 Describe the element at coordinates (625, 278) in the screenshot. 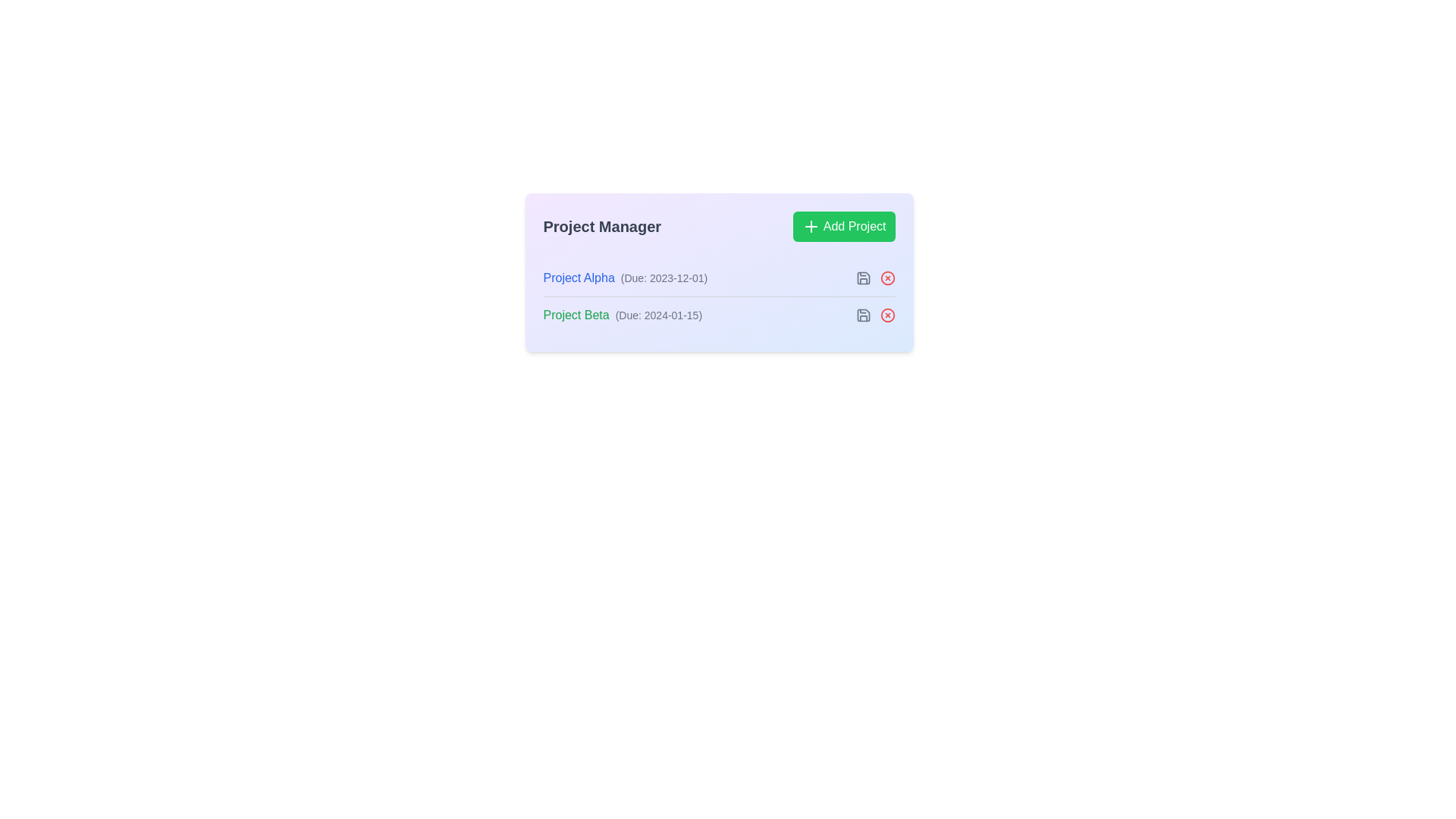

I see `the Text display element that shows the title and due date of a project, located in the first row of the projects list in the Project Manager interface` at that location.